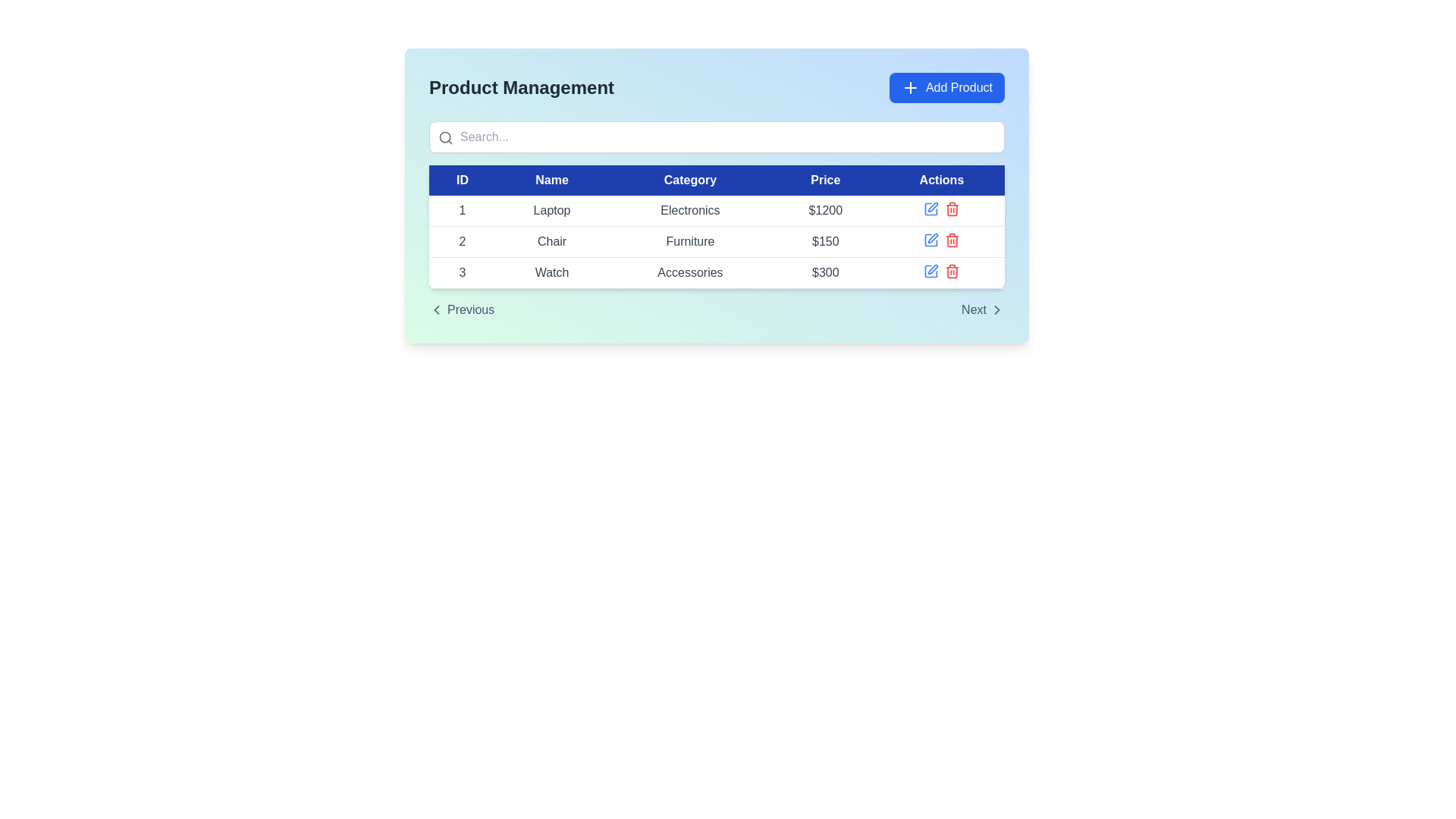 Image resolution: width=1456 pixels, height=819 pixels. I want to click on the icon button in the 'Actions' column of the first row to initiate editing of the corresponding row's data for the product 'Laptop', so click(930, 209).